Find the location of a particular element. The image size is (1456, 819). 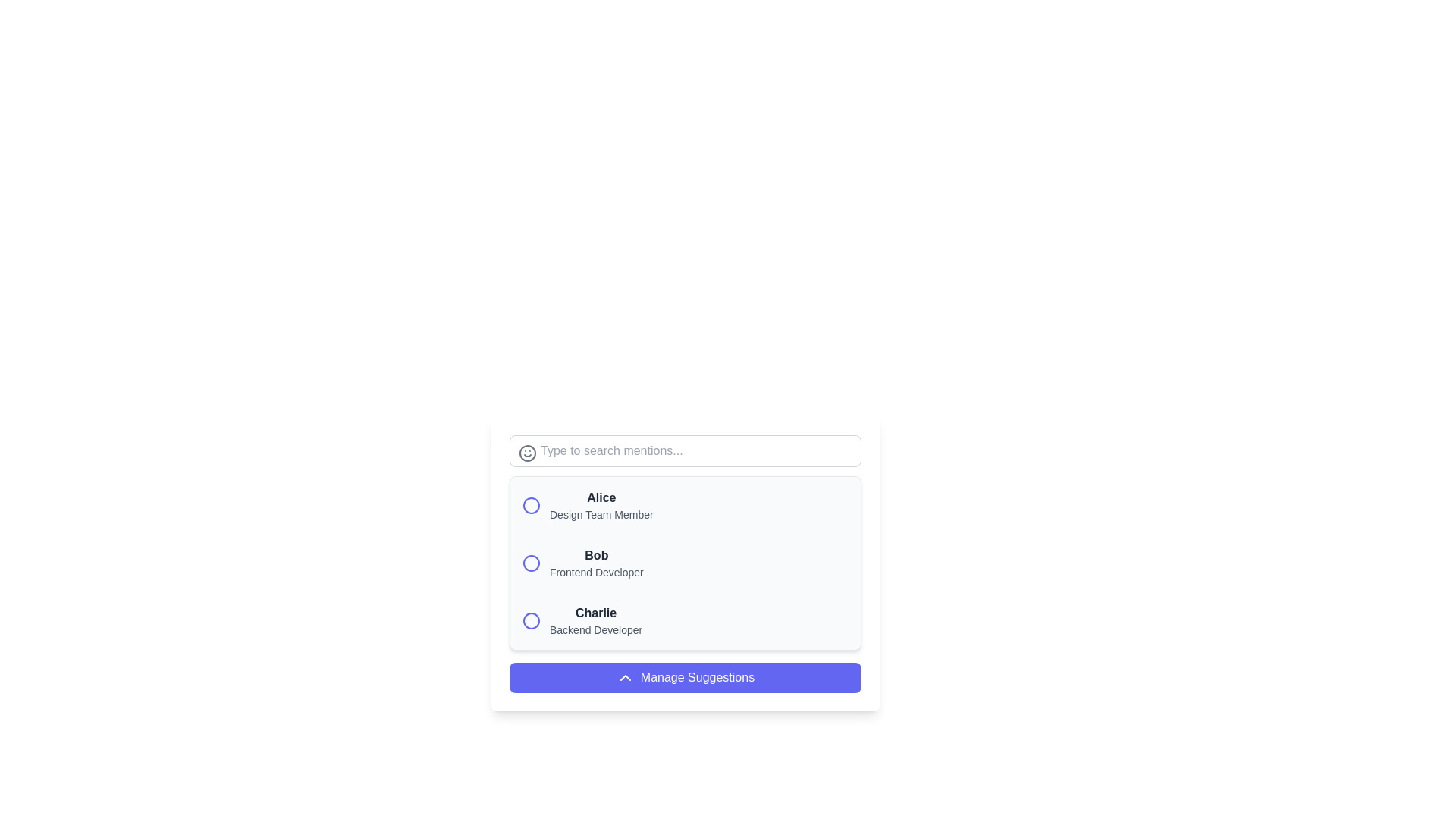

the SVG graphical element (circle) that represents user 'Charlie,' located next to the text block labeled 'Charlie, Backend Developer' in the list is located at coordinates (531, 620).